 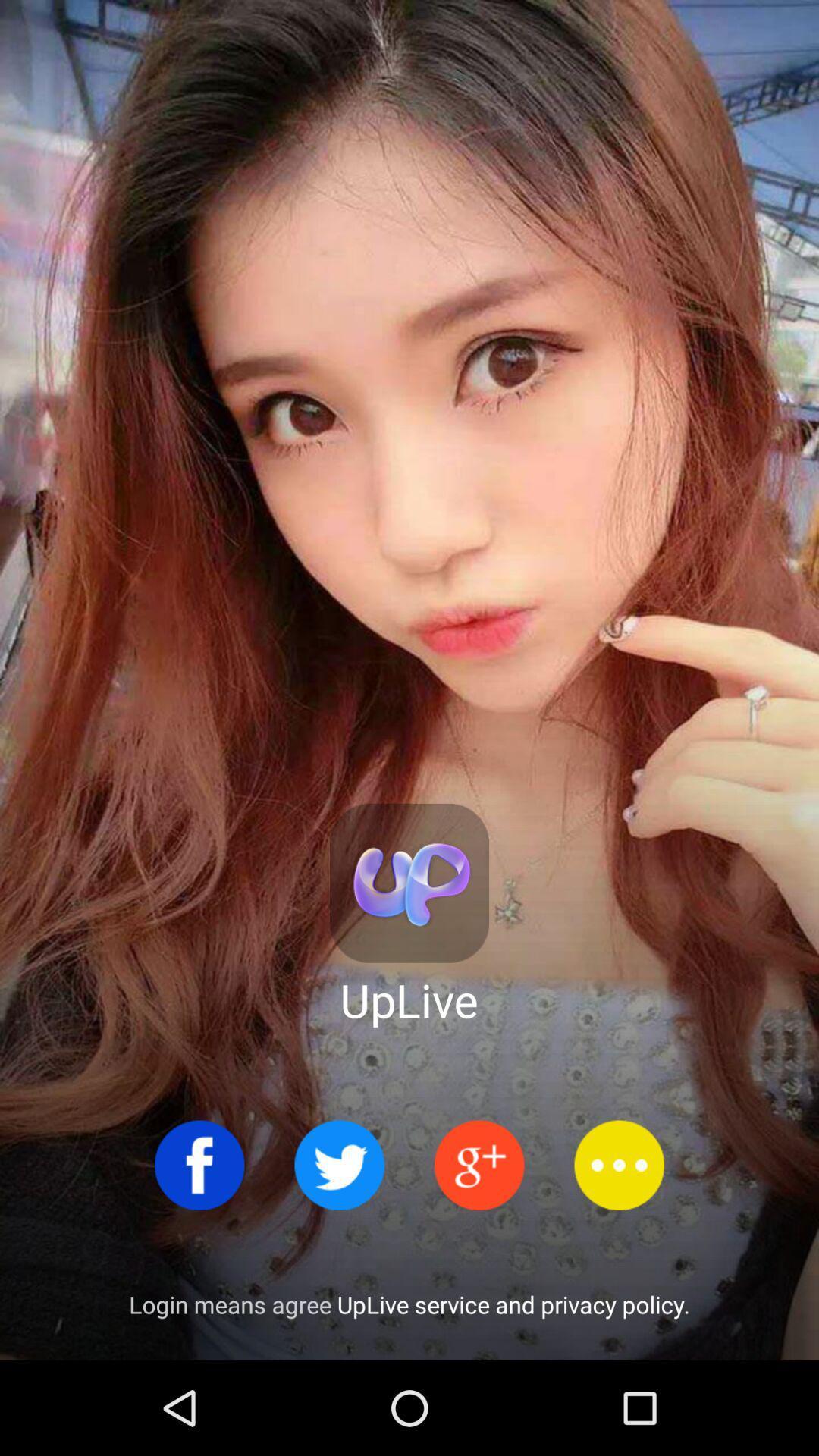 What do you see at coordinates (199, 1164) in the screenshot?
I see `the facebook icon` at bounding box center [199, 1164].